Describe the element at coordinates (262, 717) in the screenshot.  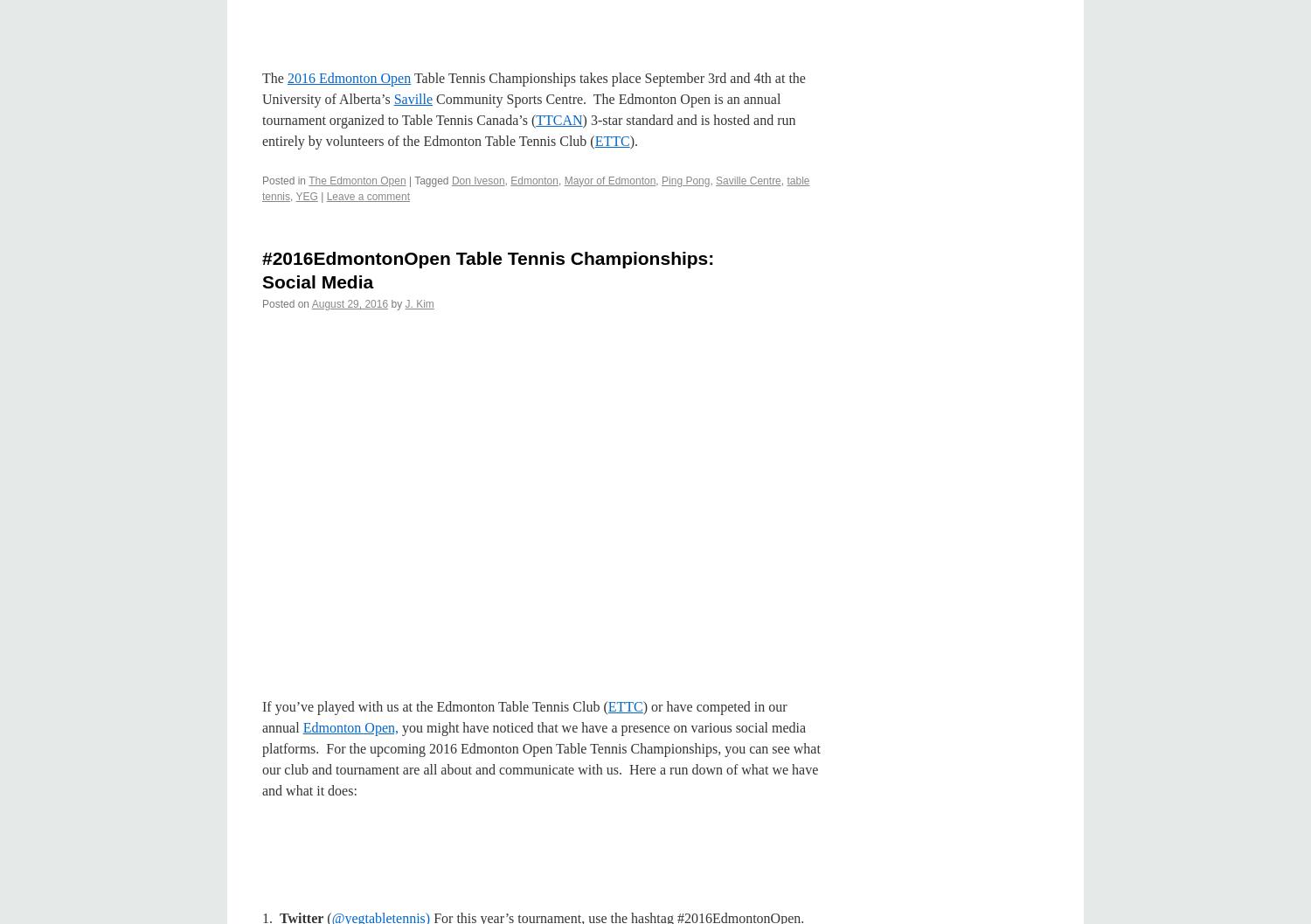
I see `') or have competed in our annual'` at that location.